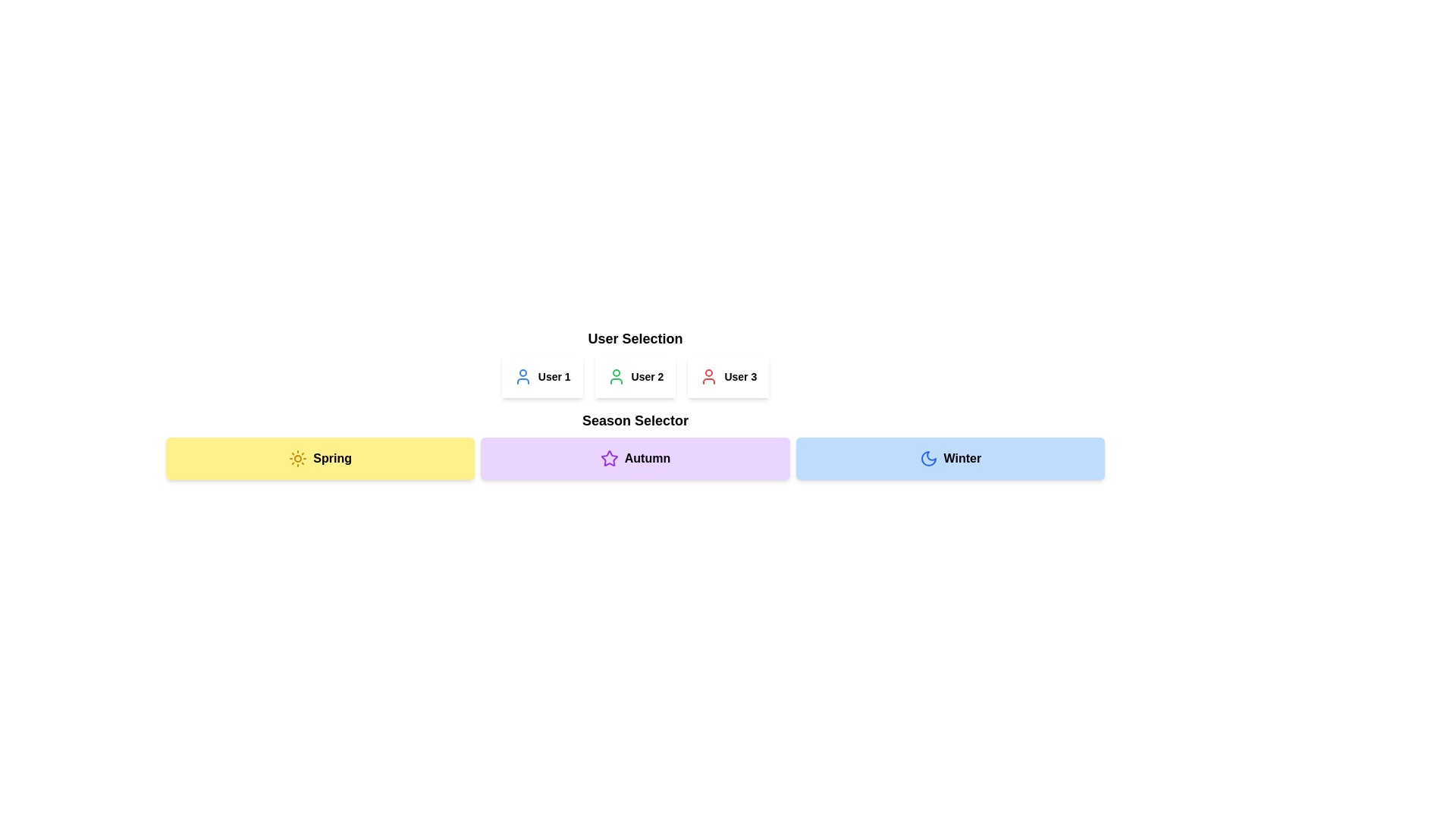 This screenshot has height=819, width=1456. I want to click on the 'Winter' text label, which is the third selectable option in the horizontal 'Season Selector' bar, so click(962, 458).